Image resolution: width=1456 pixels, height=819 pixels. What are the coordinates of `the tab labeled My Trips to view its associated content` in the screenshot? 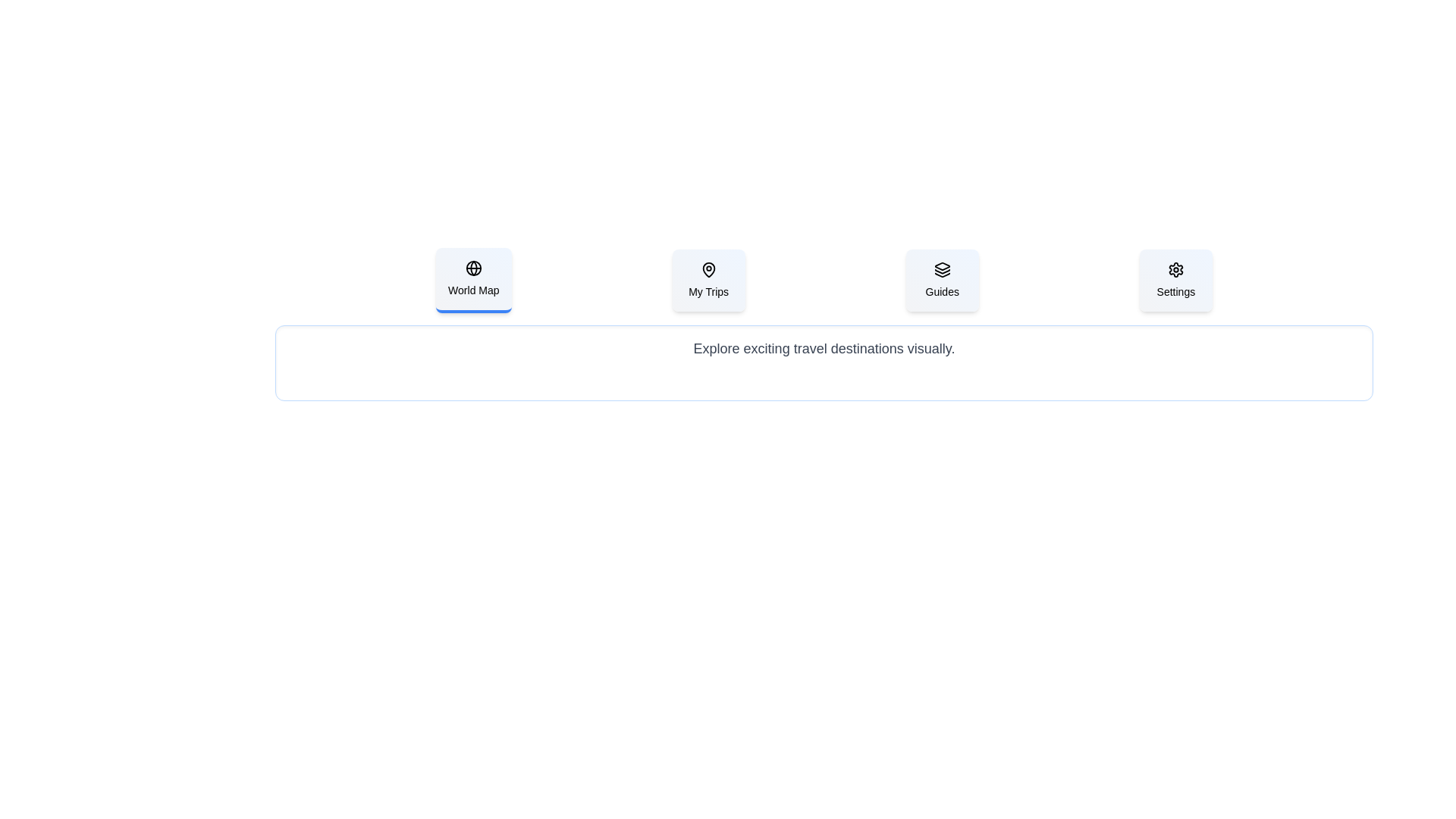 It's located at (708, 281).